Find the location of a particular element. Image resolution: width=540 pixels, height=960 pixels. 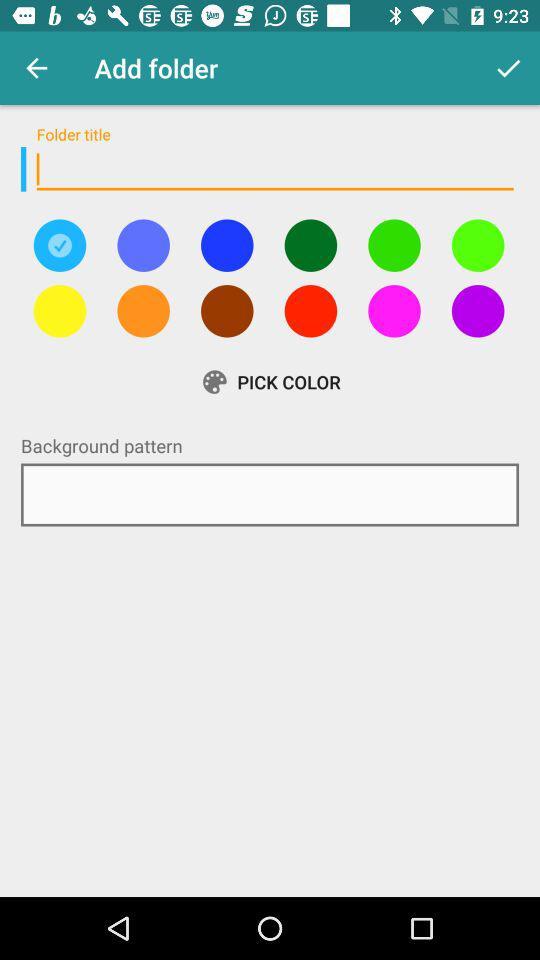

pick color is located at coordinates (226, 244).